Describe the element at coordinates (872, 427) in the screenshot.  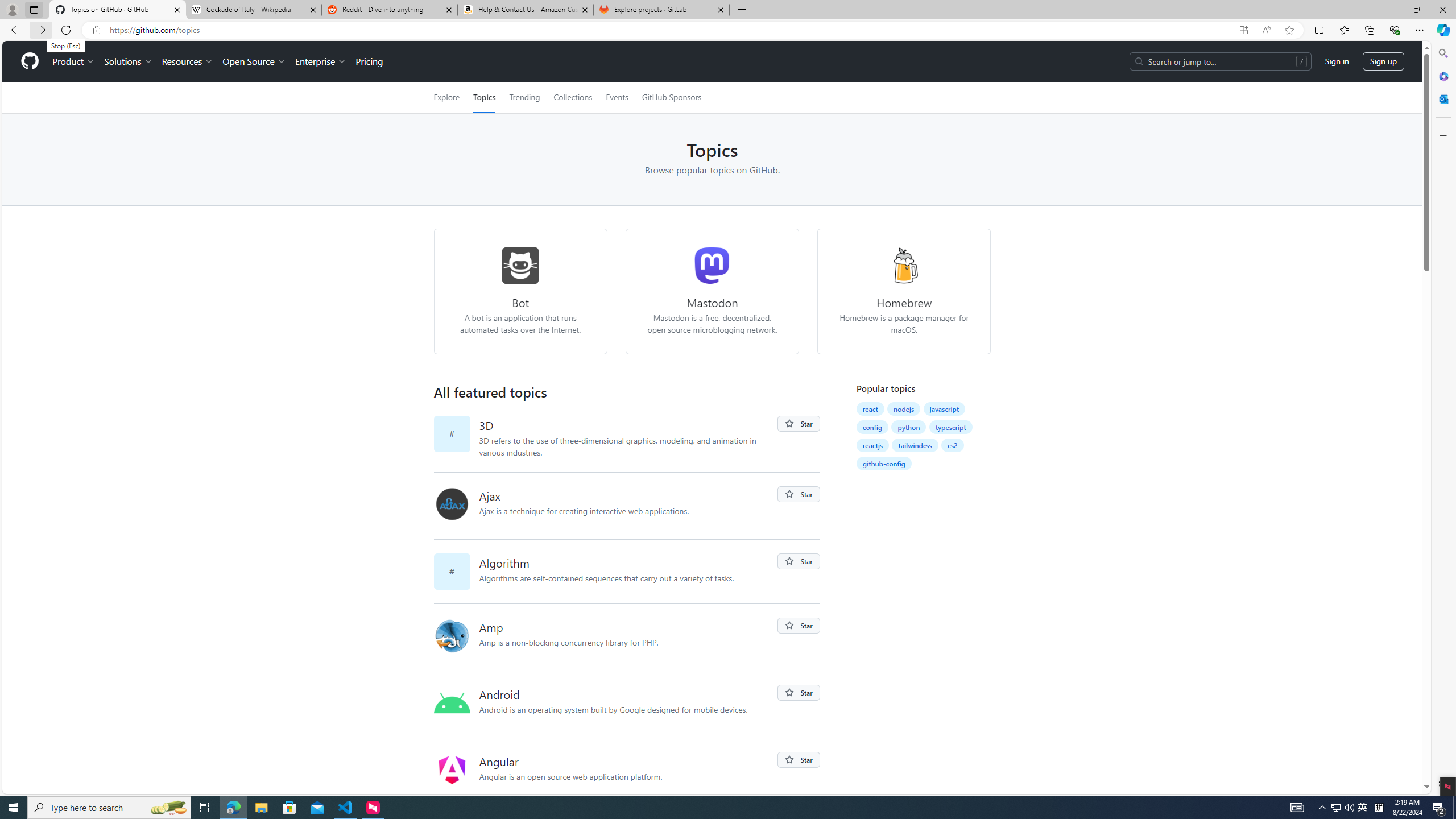
I see `'config'` at that location.